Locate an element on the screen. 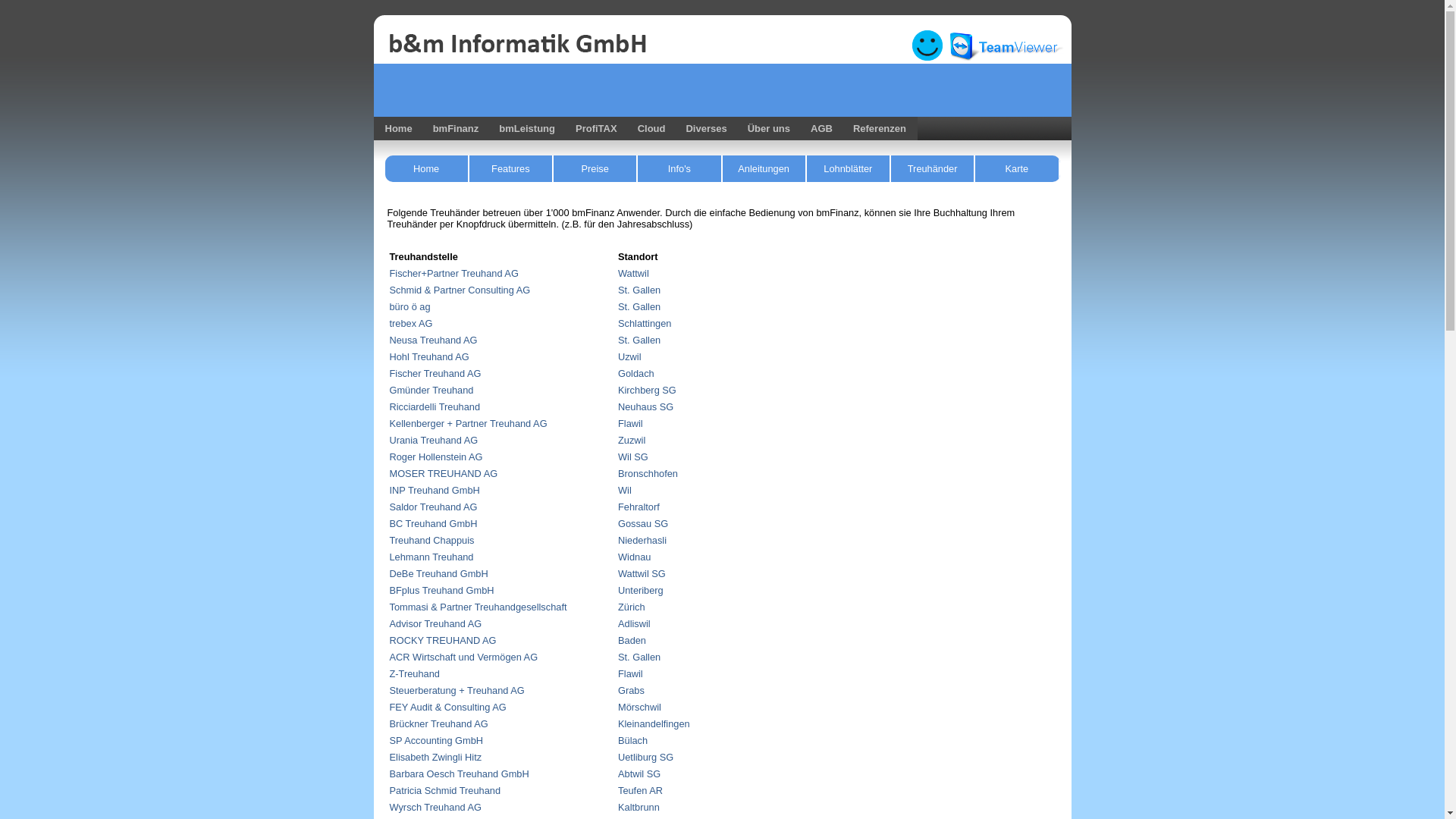 Image resolution: width=1456 pixels, height=819 pixels. 'BC Treuhand GmbH' is located at coordinates (432, 522).